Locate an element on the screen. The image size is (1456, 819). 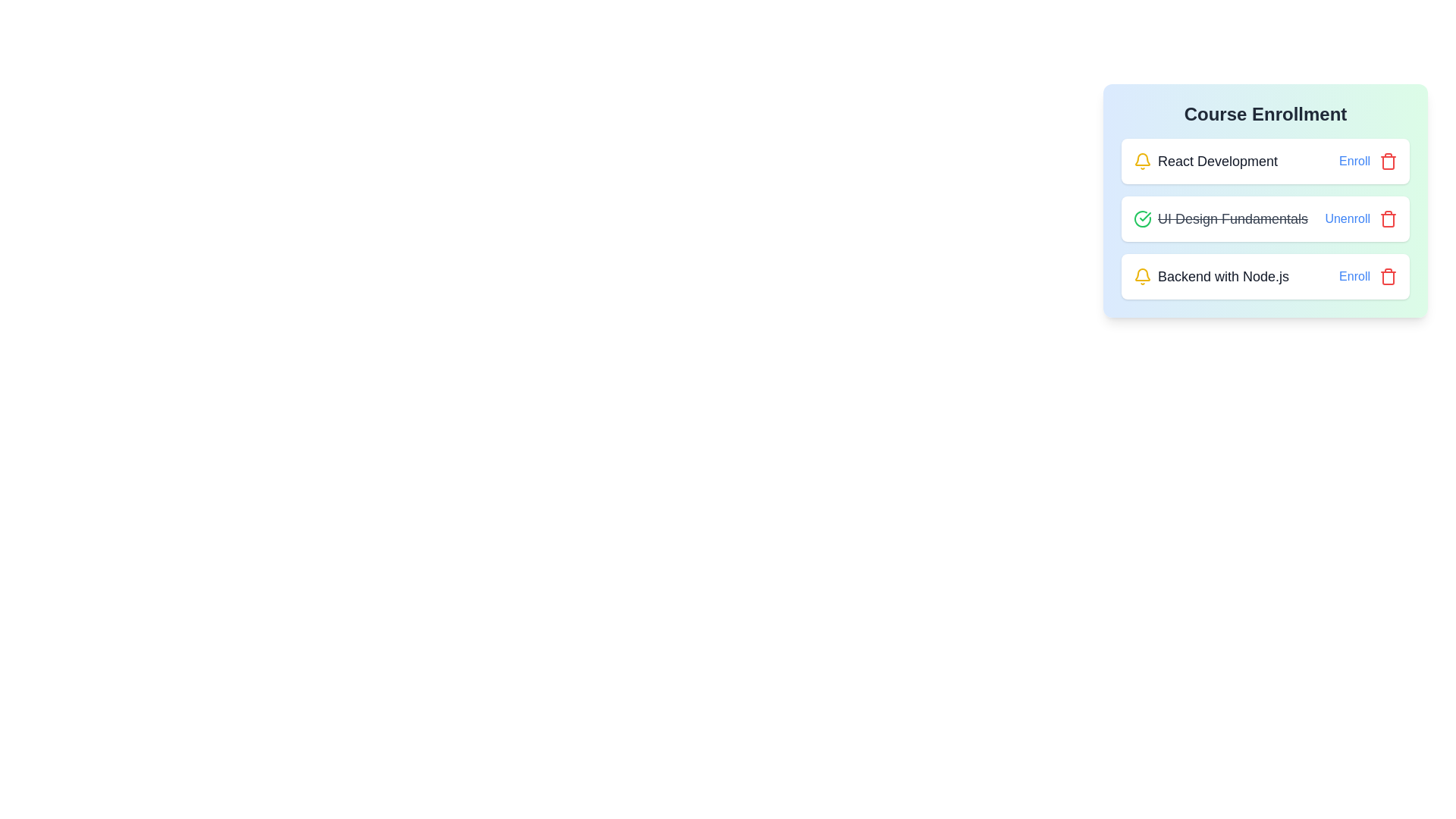
the enrollment toggle button for the course Backend with Node.js is located at coordinates (1354, 277).